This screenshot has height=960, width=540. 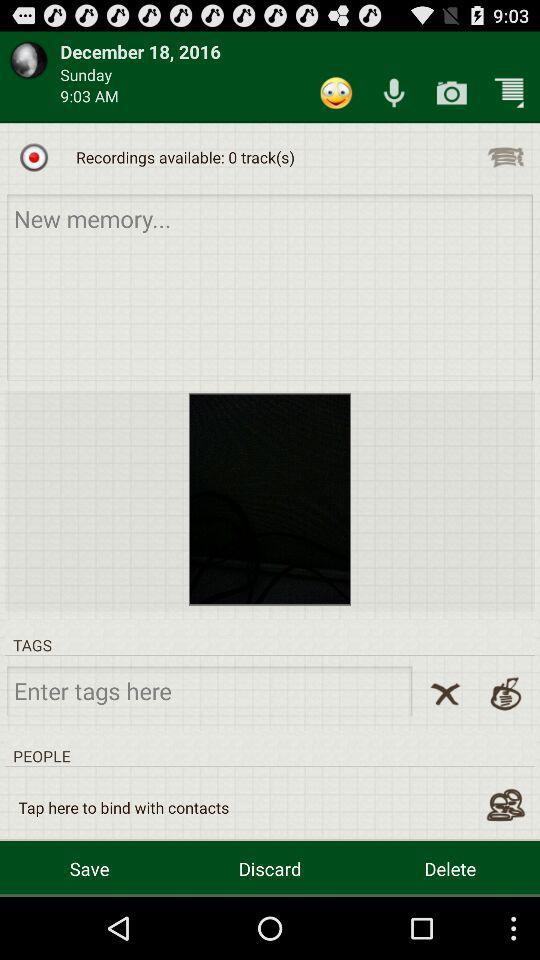 What do you see at coordinates (270, 286) in the screenshot?
I see `a memory` at bounding box center [270, 286].